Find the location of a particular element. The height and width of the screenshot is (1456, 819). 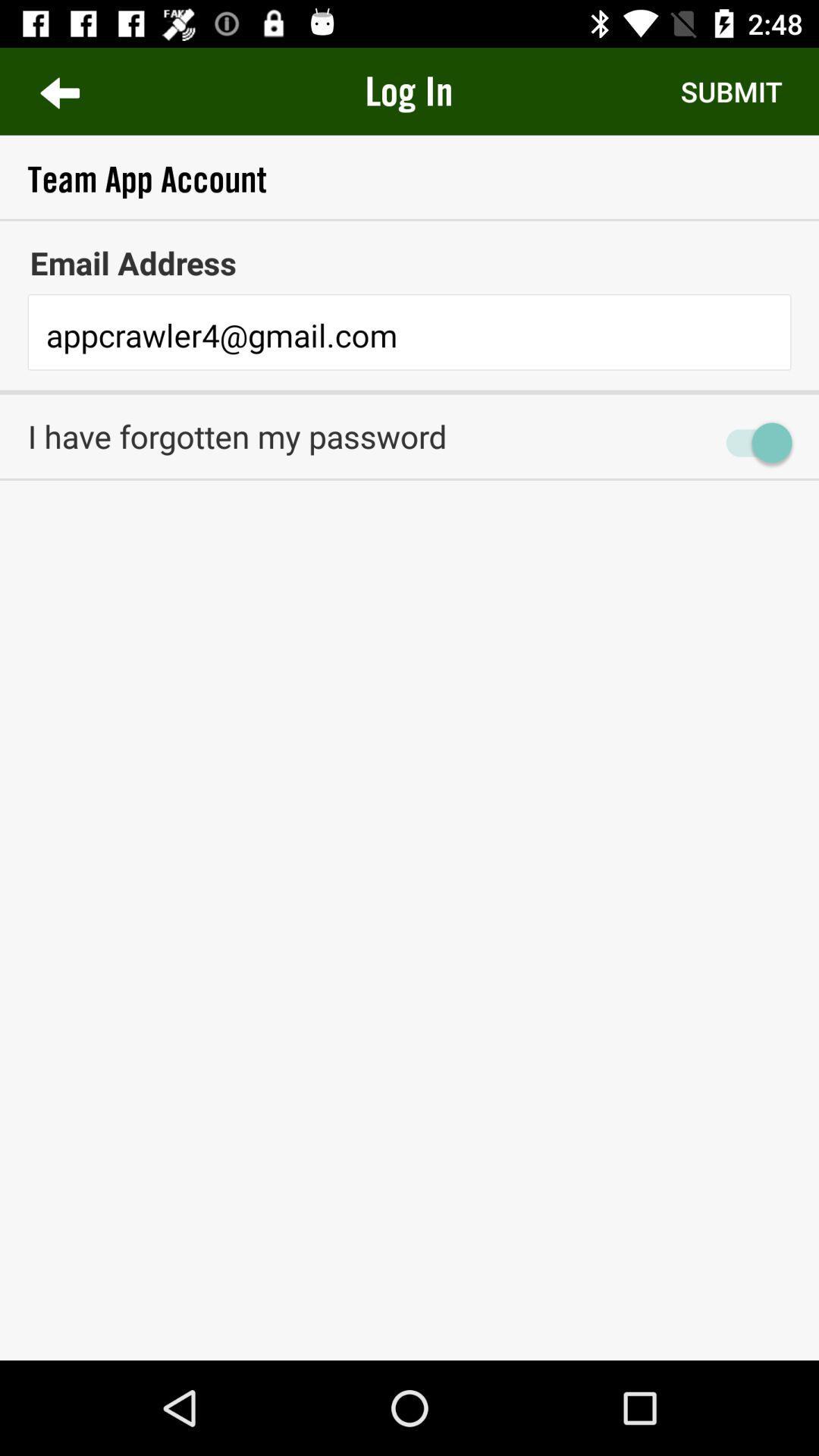

log in is located at coordinates (408, 90).